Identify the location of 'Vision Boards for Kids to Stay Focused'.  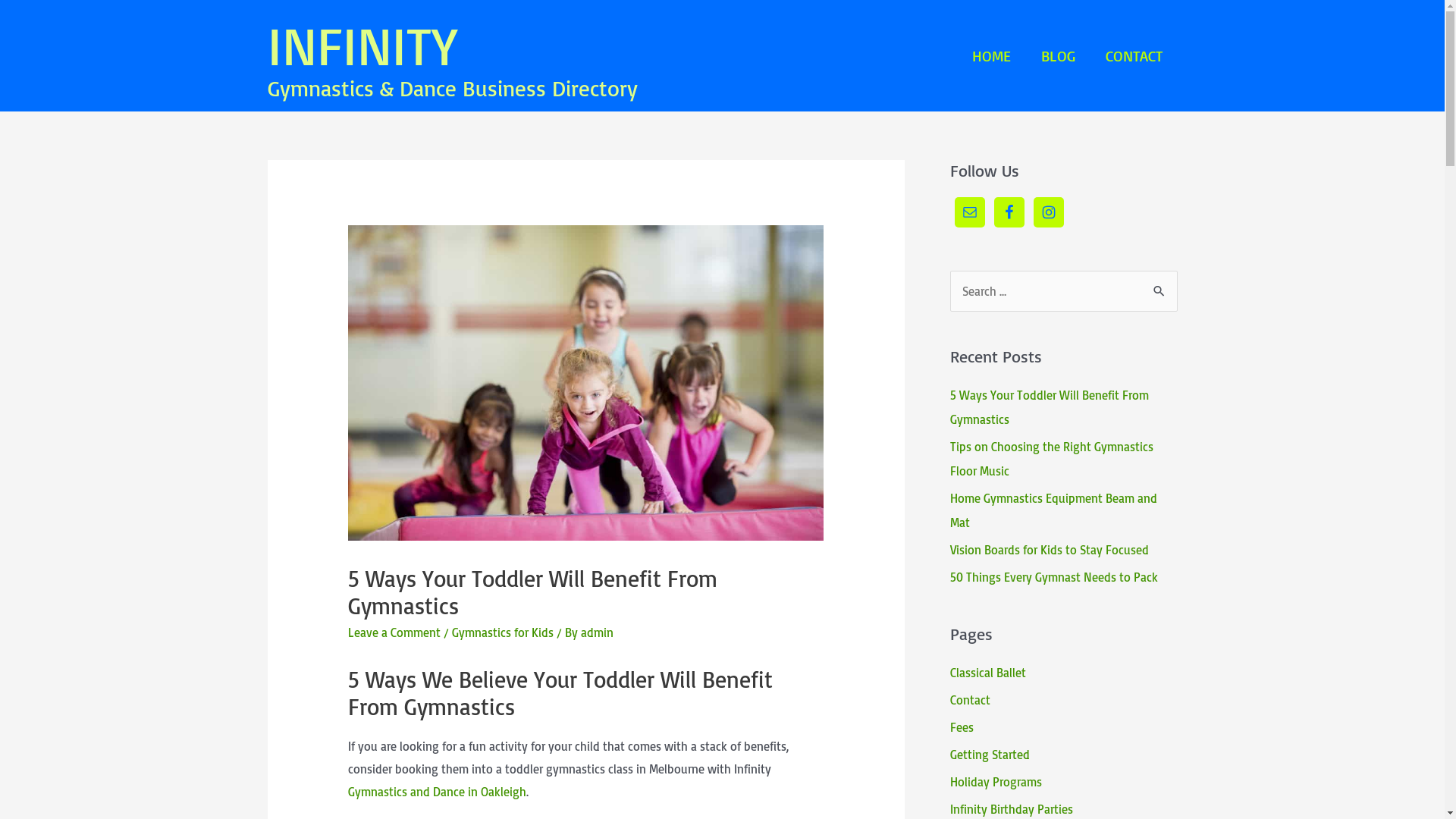
(1047, 550).